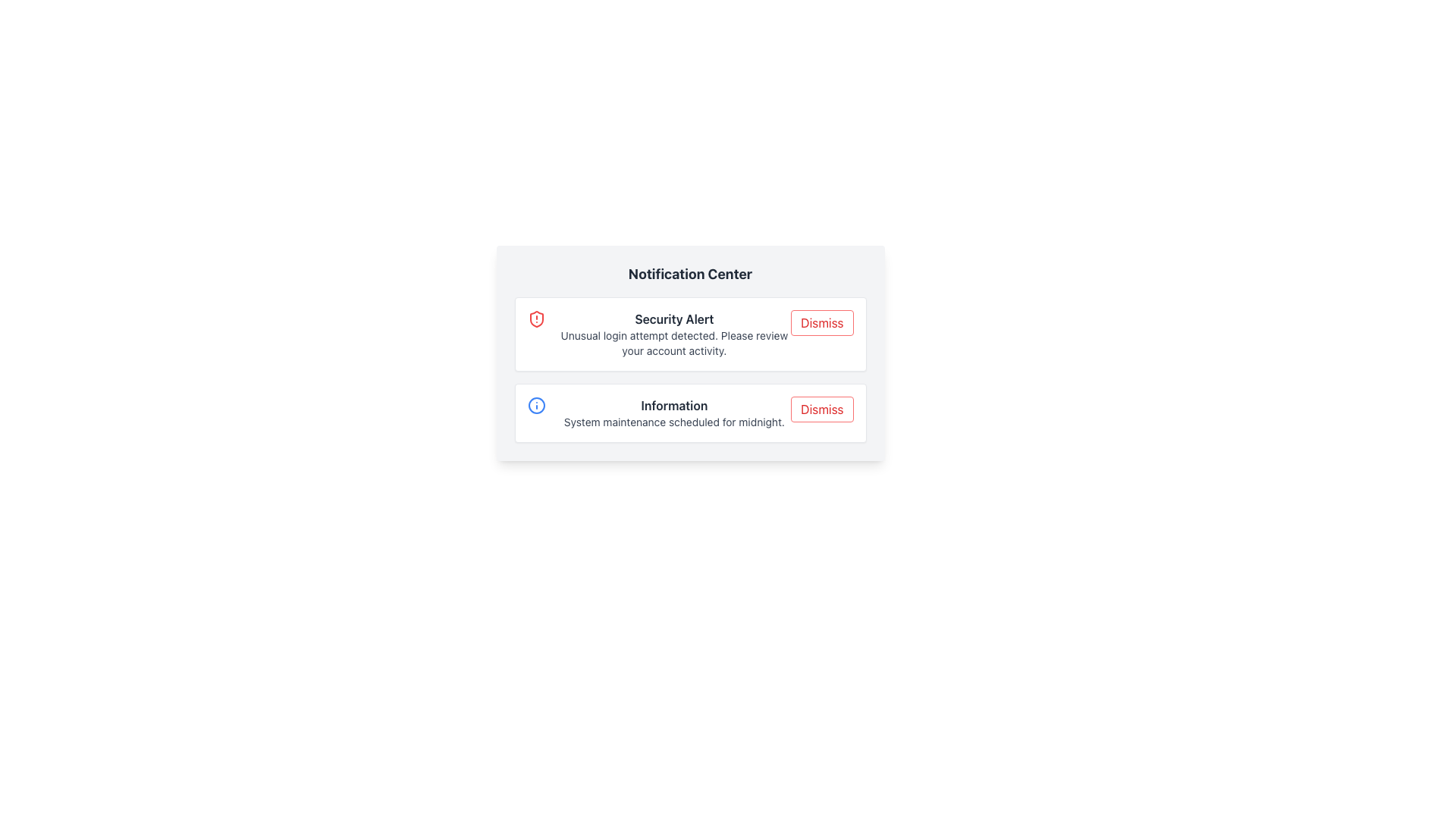 This screenshot has width=1456, height=819. What do you see at coordinates (673, 333) in the screenshot?
I see `message displayed in the 'Security Alert' text block, which contains the warning about an unusual login attempt` at bounding box center [673, 333].